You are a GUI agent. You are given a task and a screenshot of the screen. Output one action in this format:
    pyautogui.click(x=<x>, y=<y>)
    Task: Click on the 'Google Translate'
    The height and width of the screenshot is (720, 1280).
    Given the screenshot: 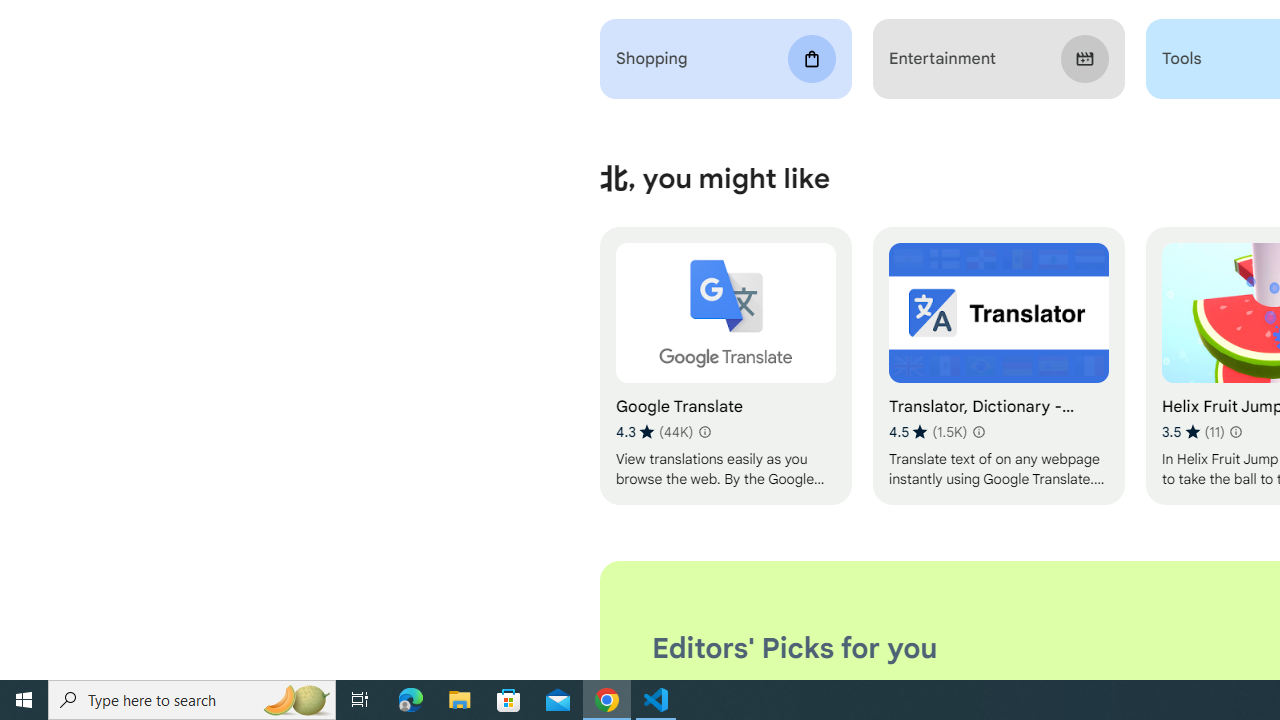 What is the action you would take?
    pyautogui.click(x=724, y=366)
    